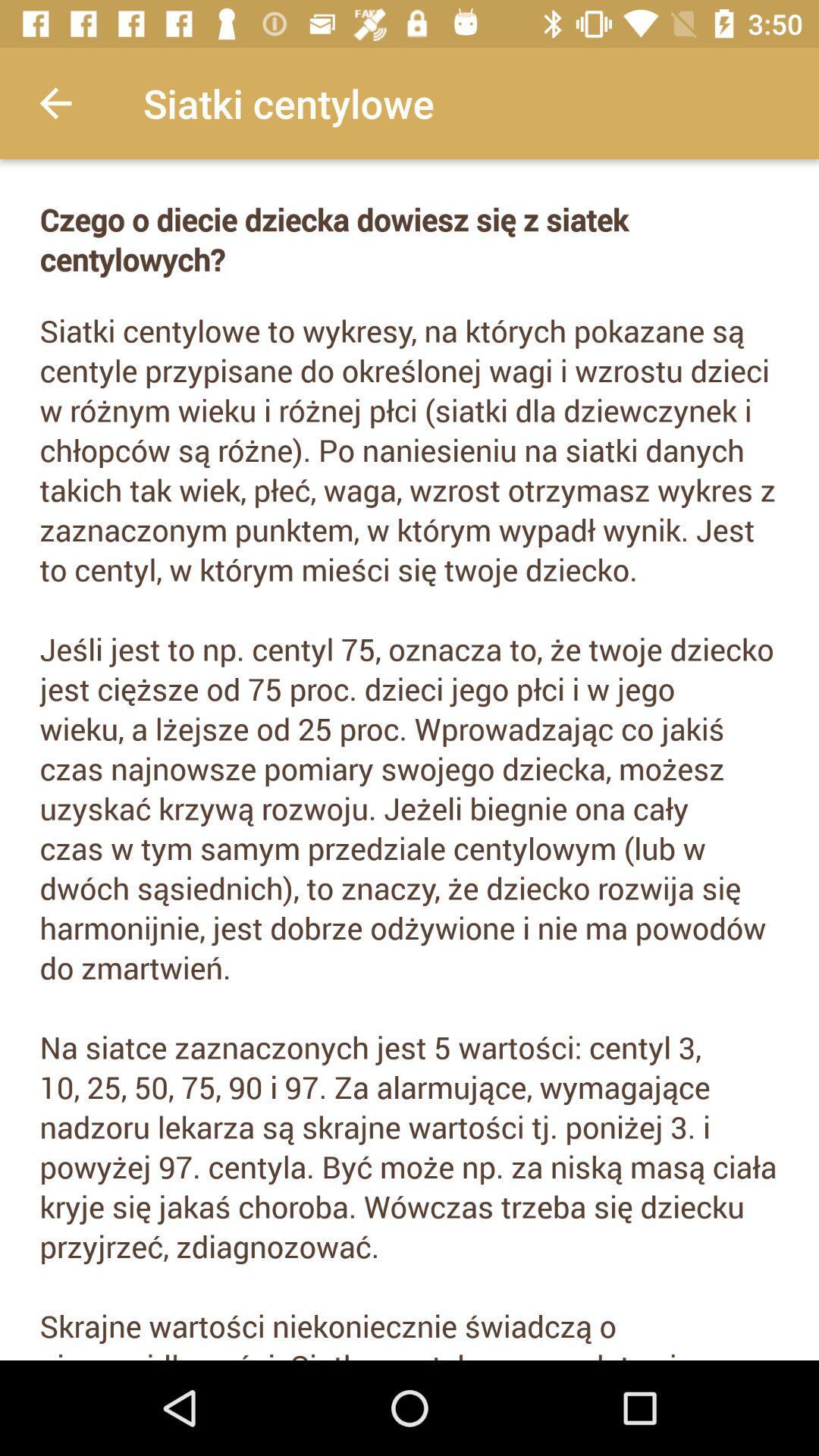 Image resolution: width=819 pixels, height=1456 pixels. What do you see at coordinates (409, 238) in the screenshot?
I see `icon above the siatki centylowe to icon` at bounding box center [409, 238].